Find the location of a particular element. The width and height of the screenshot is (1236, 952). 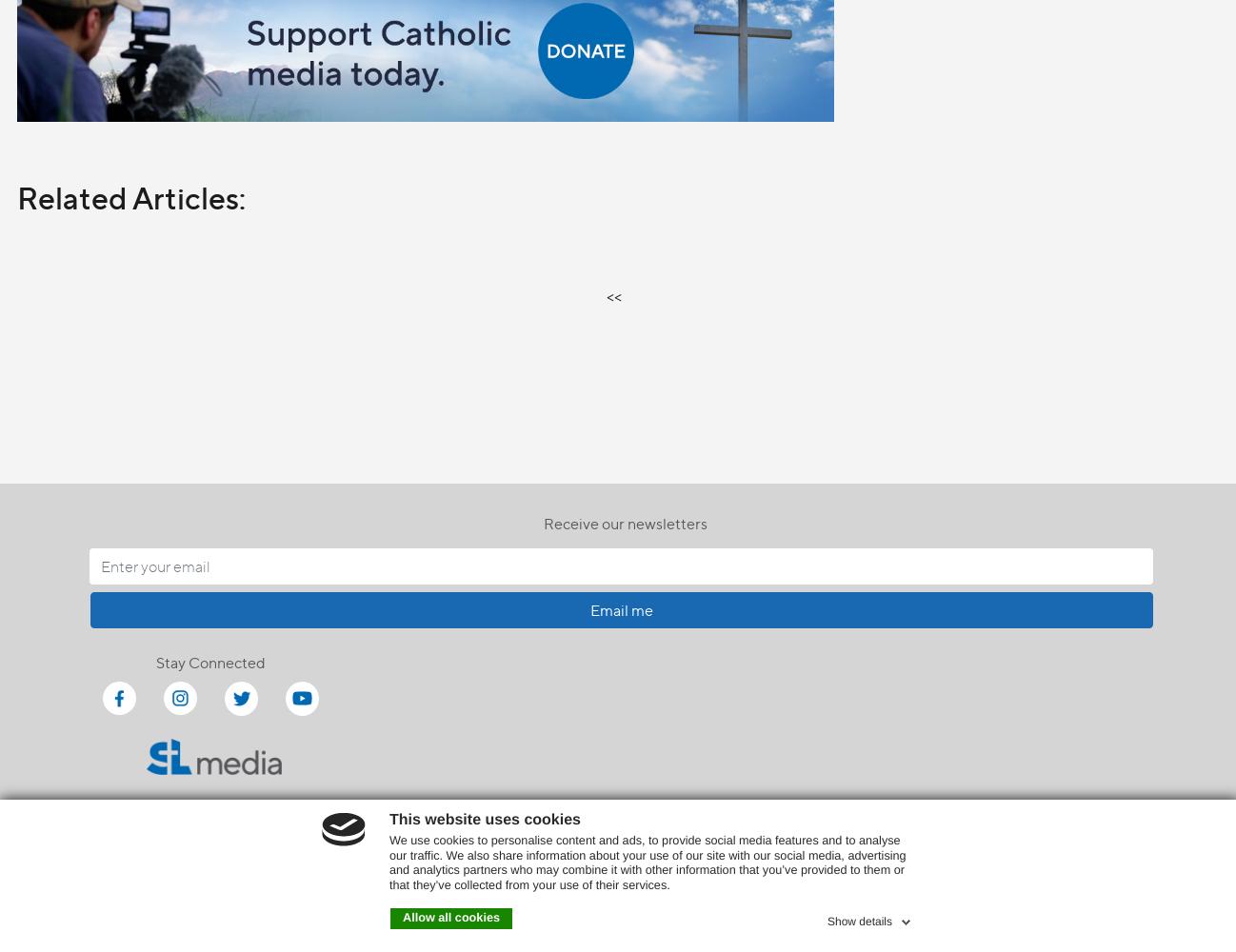

'Registered Charity # 88523 6000 RR0001' is located at coordinates (617, 899).